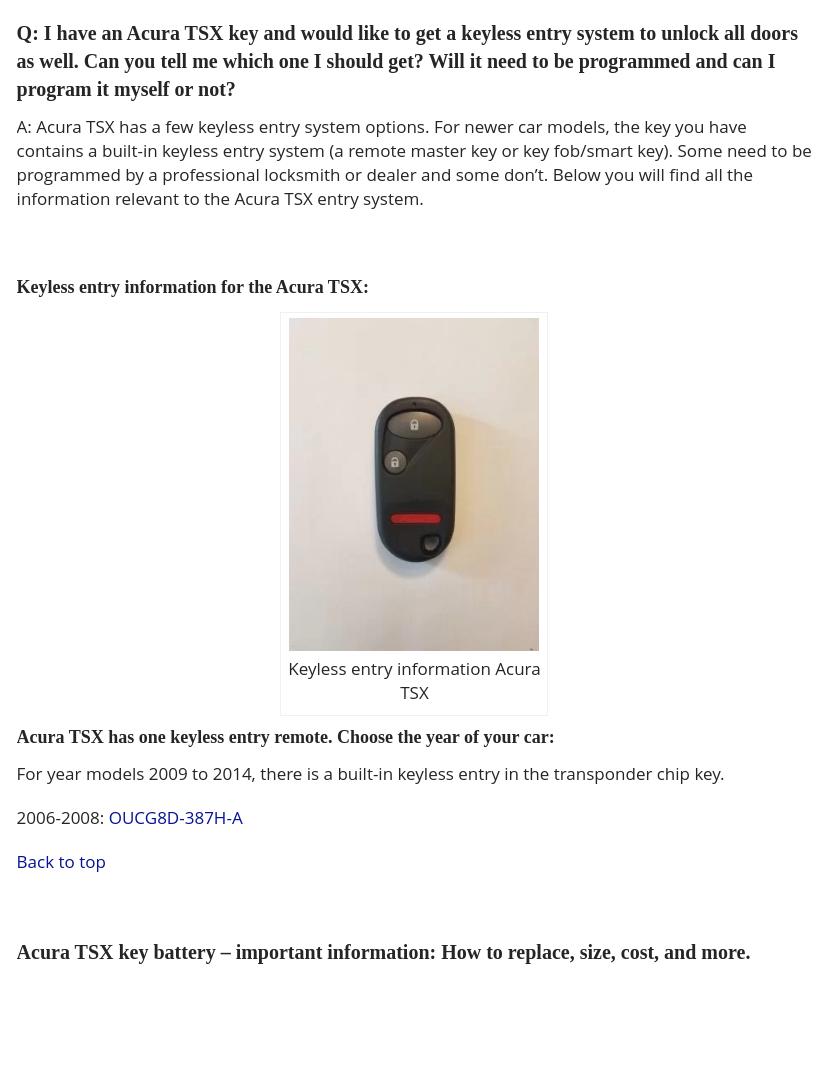 The image size is (829, 1071). Describe the element at coordinates (175, 816) in the screenshot. I see `'OUCG8D-387H-A'` at that location.